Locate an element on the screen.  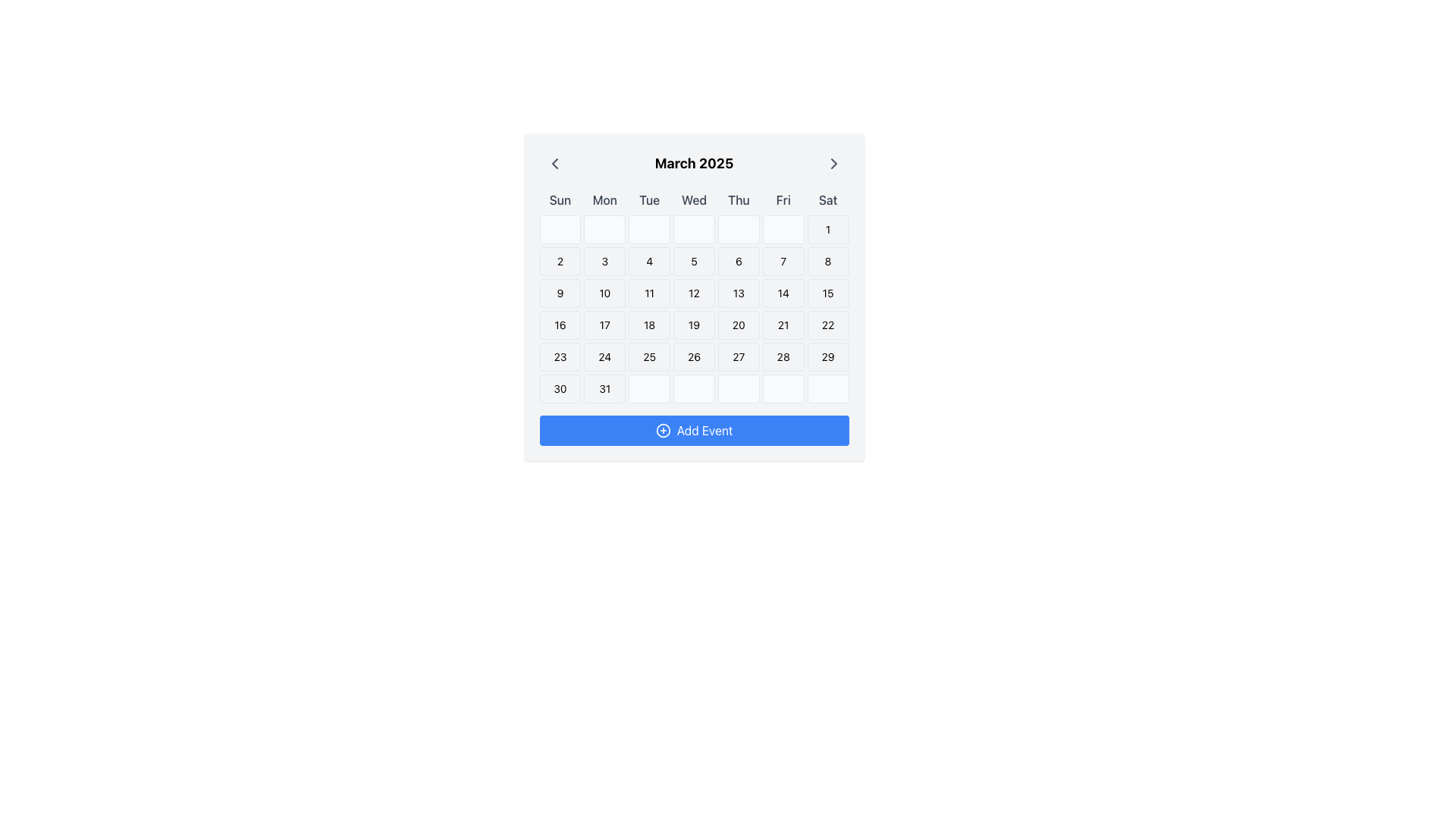
the button representing the calendar date of March 5th, 2025 is located at coordinates (693, 260).